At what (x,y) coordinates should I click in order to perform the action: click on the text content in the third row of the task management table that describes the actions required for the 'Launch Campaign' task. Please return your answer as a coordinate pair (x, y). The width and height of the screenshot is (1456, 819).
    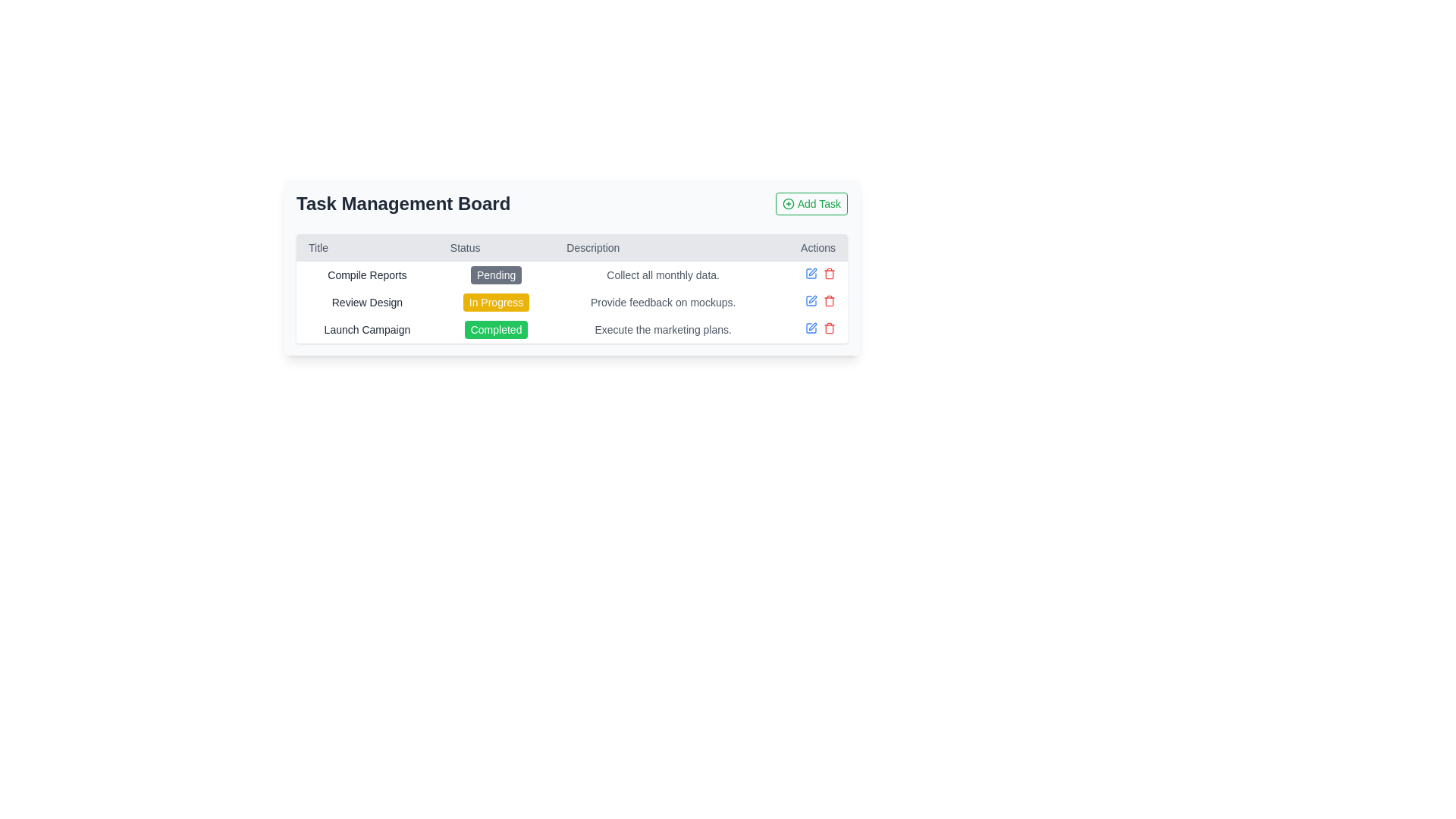
    Looking at the image, I should click on (663, 329).